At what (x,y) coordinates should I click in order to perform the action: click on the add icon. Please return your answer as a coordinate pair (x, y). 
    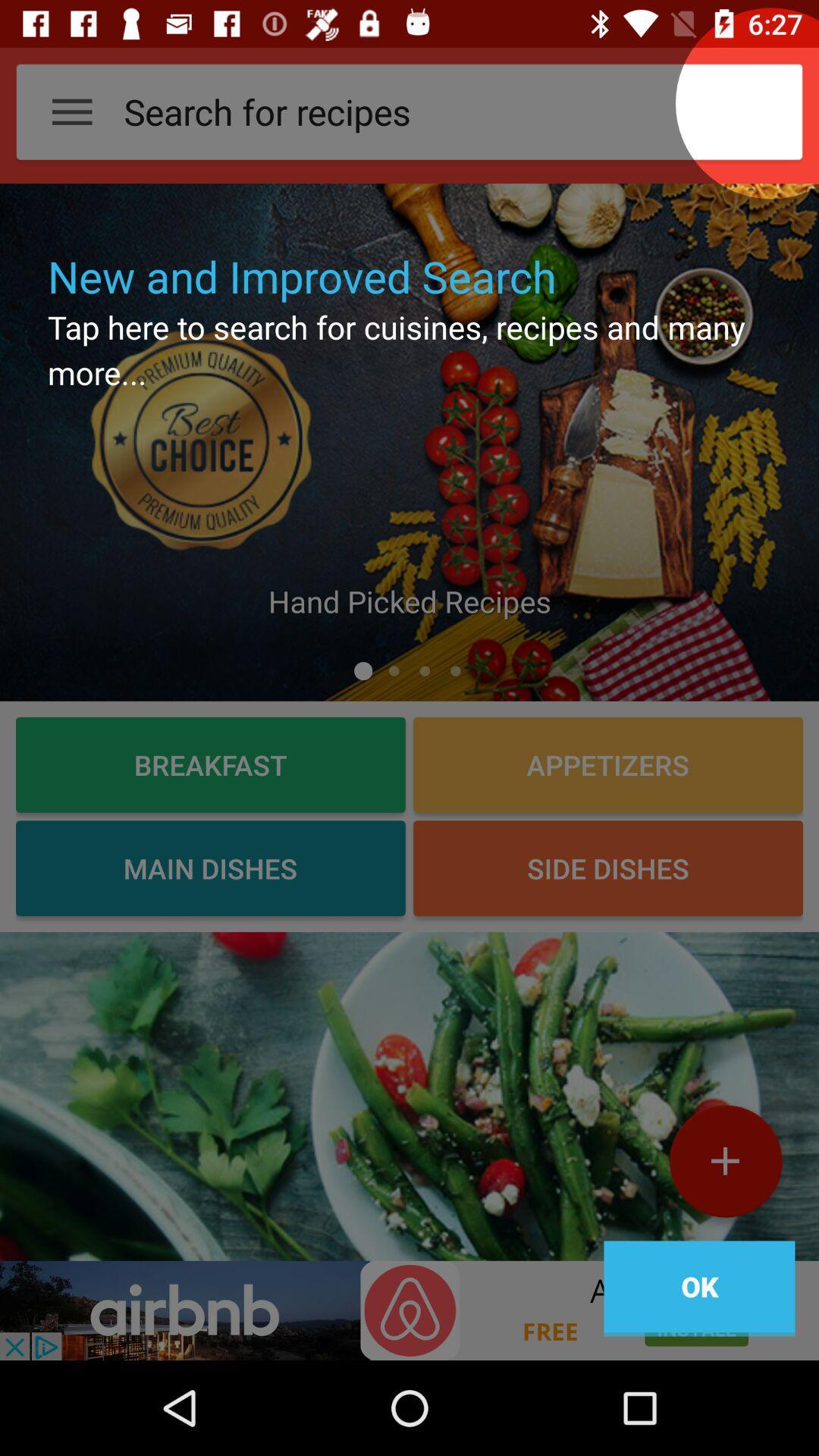
    Looking at the image, I should click on (724, 1166).